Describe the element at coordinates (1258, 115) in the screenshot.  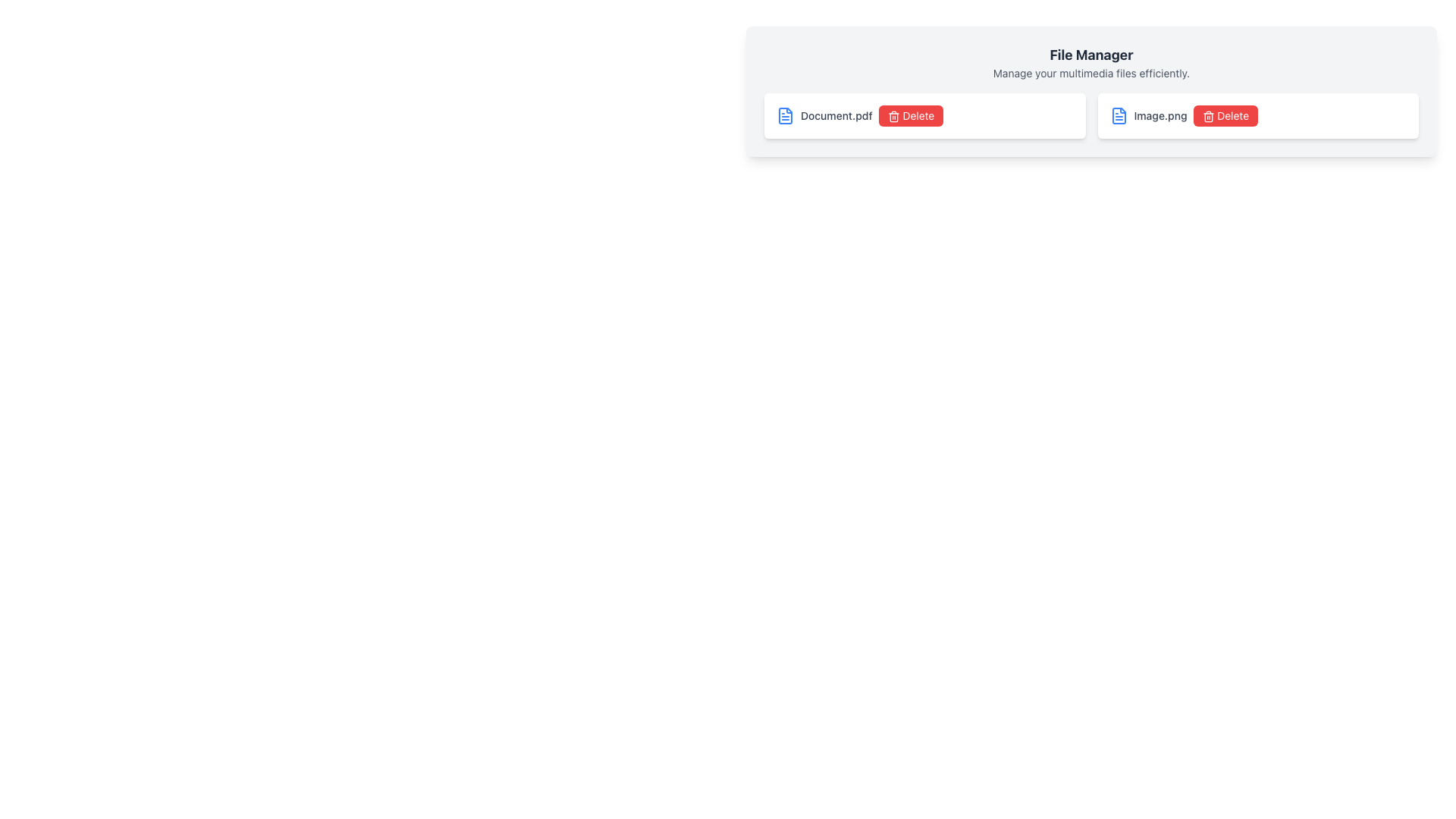
I see `the file entry component displaying the file name 'Image.png'` at that location.